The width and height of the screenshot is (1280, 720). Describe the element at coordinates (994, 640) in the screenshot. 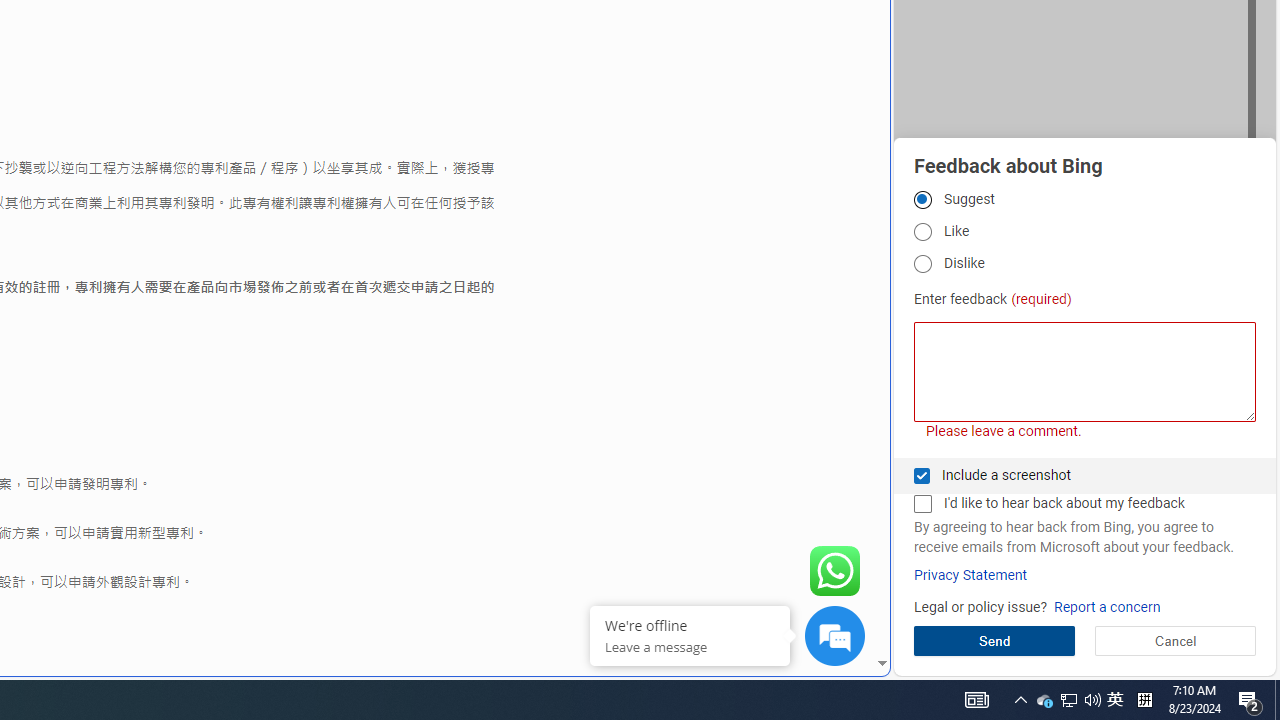

I see `'Send'` at that location.